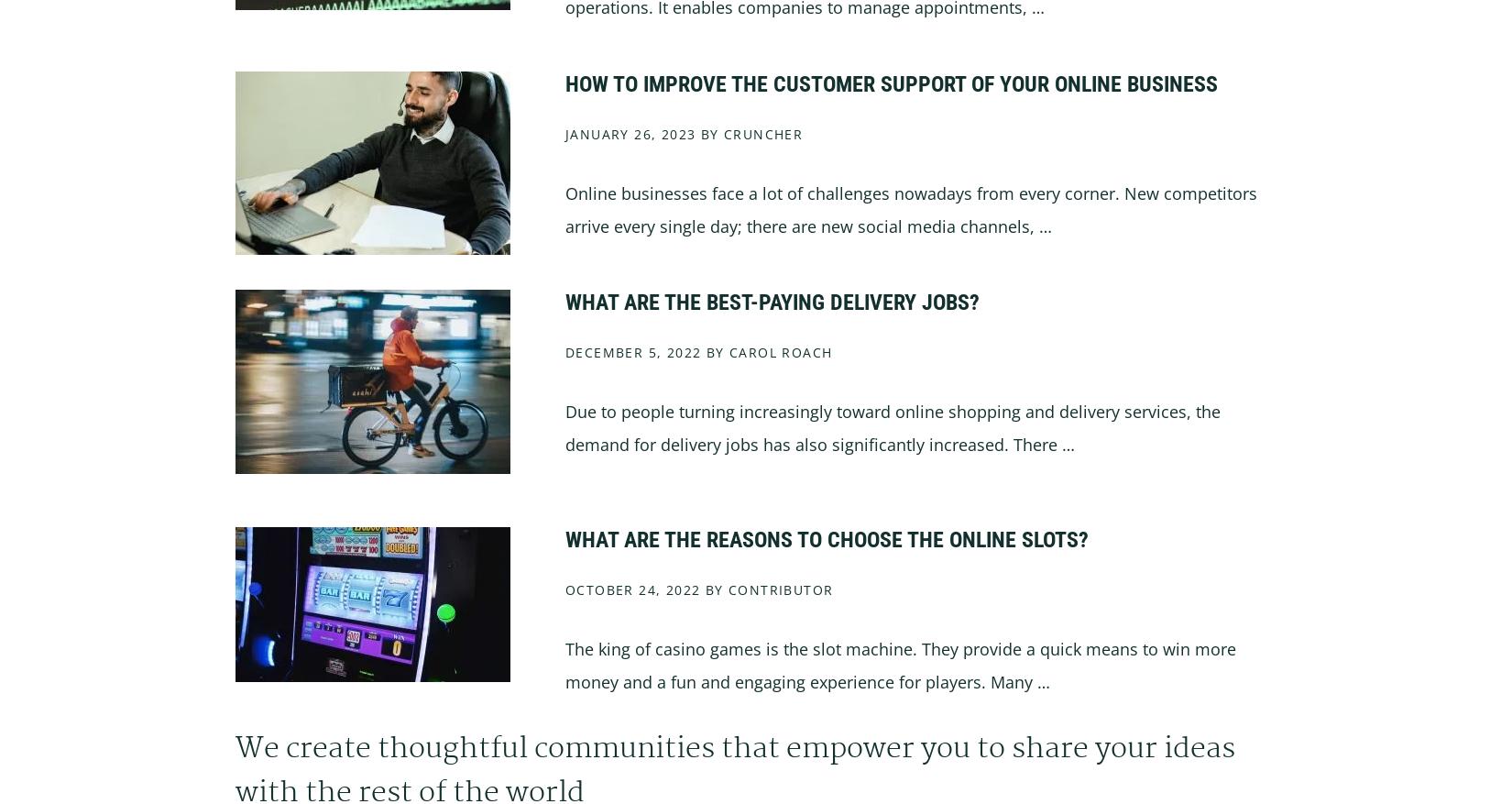  Describe the element at coordinates (901, 664) in the screenshot. I see `'The king of casino games is the slot machine. They provide a quick means to win more money and a fun and engaging experience for players. Many …'` at that location.